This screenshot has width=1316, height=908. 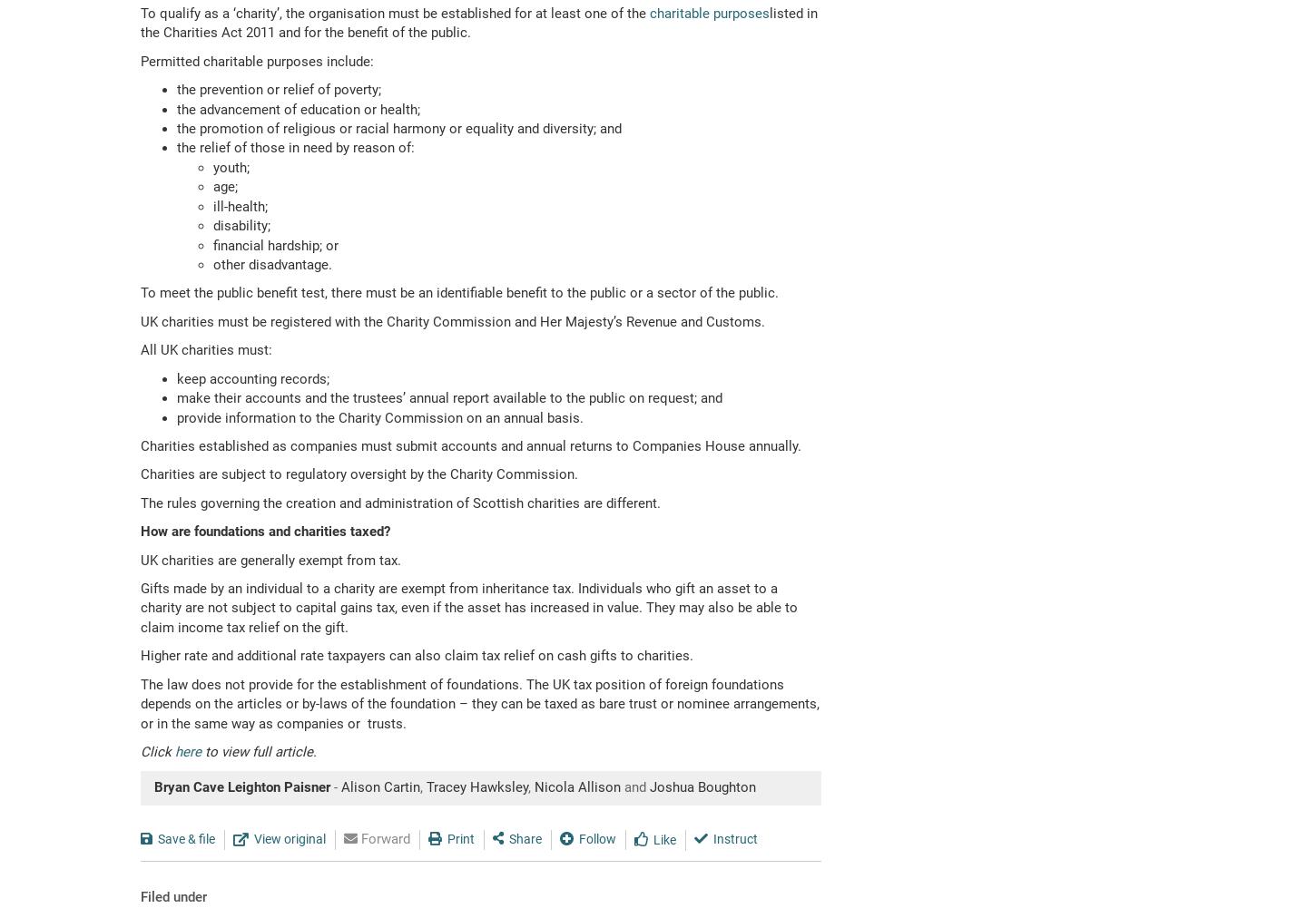 What do you see at coordinates (172, 894) in the screenshot?
I see `'Filed under'` at bounding box center [172, 894].